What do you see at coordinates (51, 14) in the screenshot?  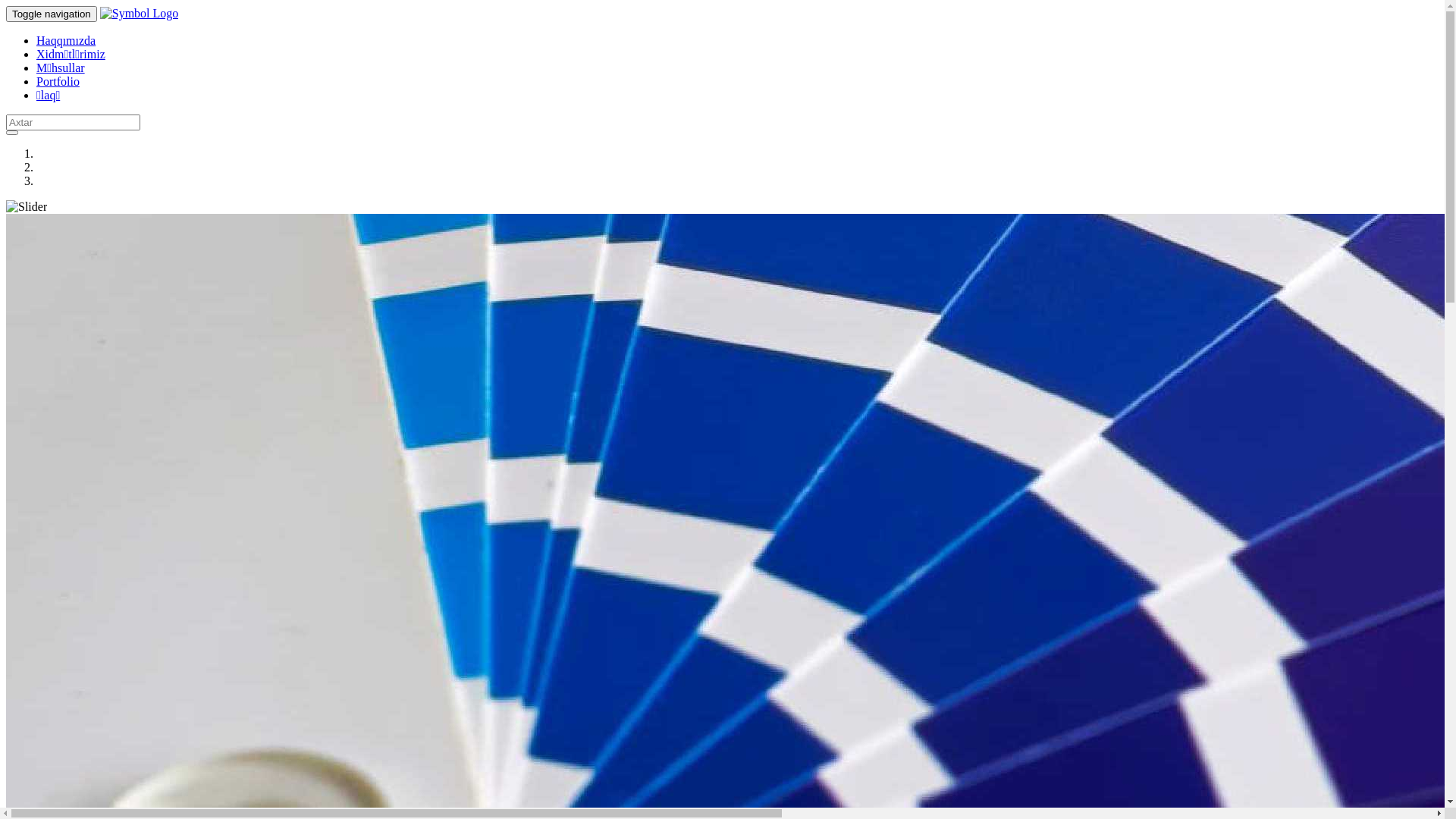 I see `'Toggle navigation'` at bounding box center [51, 14].